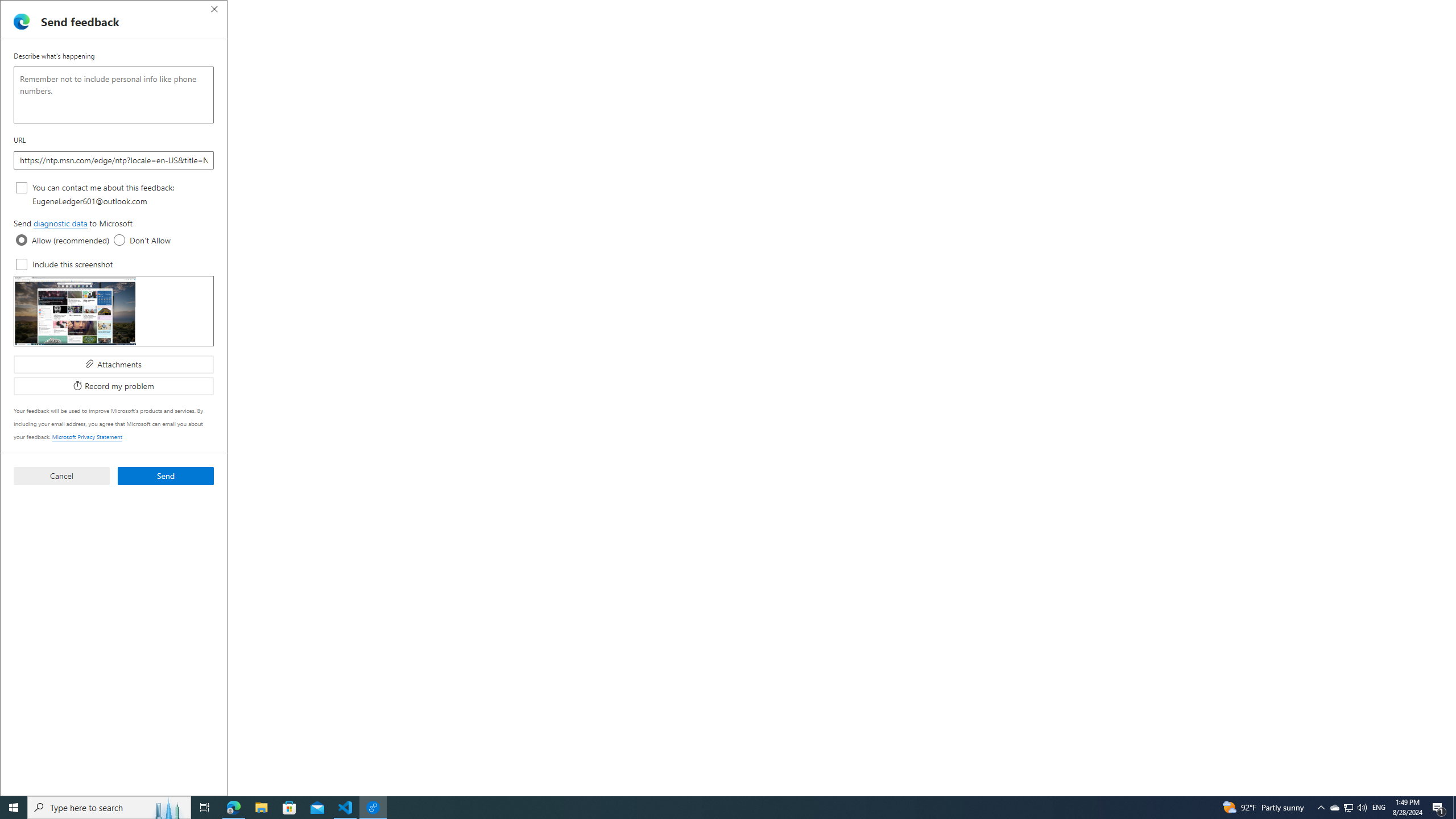  Describe the element at coordinates (113, 94) in the screenshot. I see `'Describe what'` at that location.